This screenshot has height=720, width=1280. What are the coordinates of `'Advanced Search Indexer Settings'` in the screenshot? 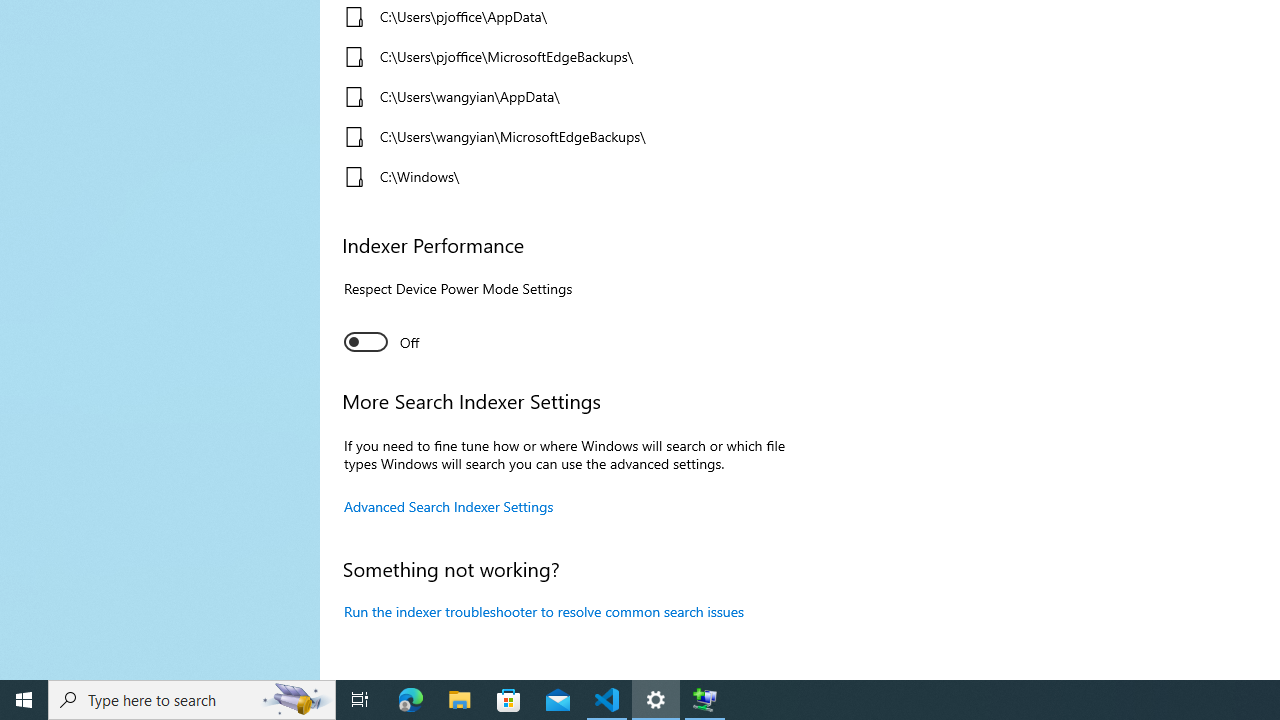 It's located at (448, 505).